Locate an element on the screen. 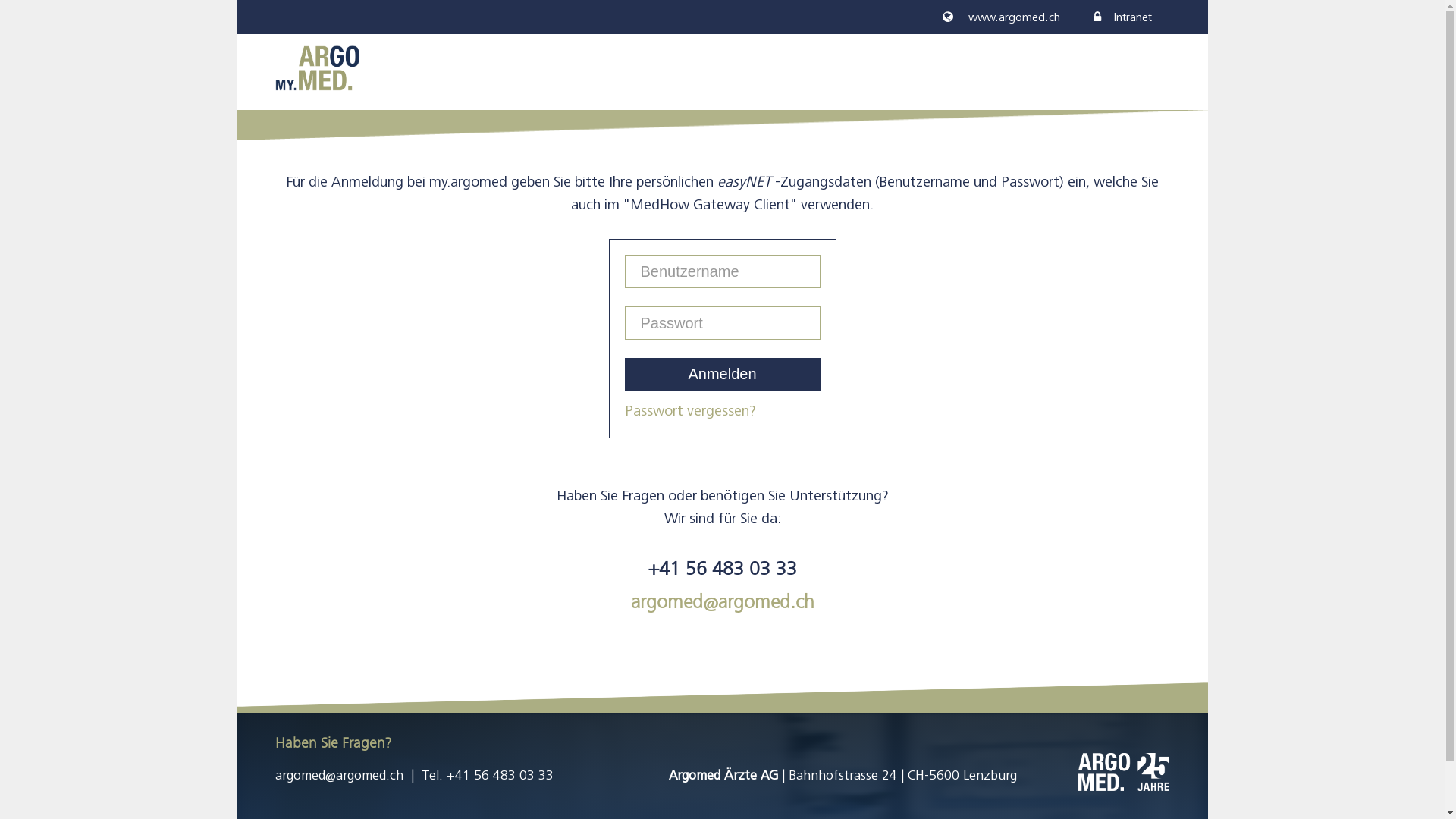  'Intranet' is located at coordinates (1122, 17).